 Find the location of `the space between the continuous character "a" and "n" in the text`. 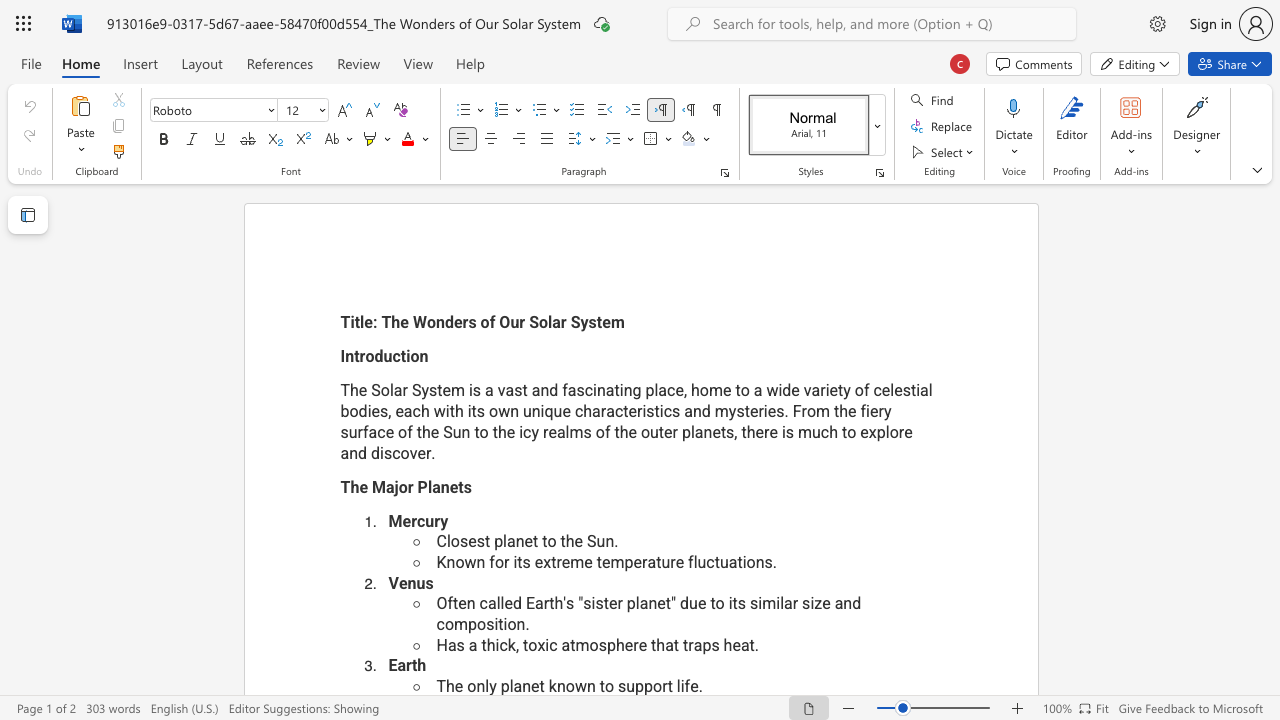

the space between the continuous character "a" and "n" in the text is located at coordinates (439, 487).